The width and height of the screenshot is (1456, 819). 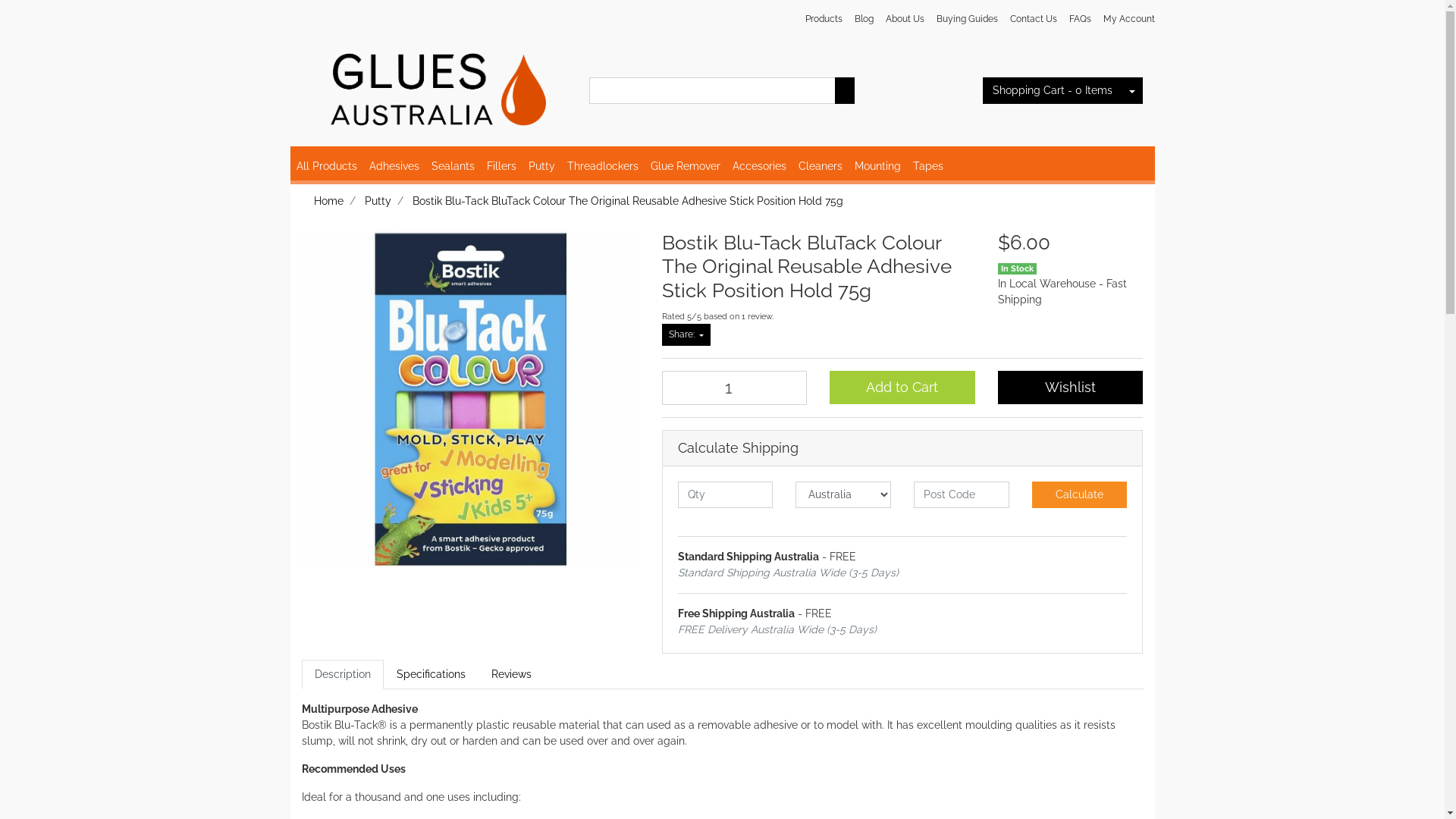 I want to click on 'Calculate', so click(x=1079, y=494).